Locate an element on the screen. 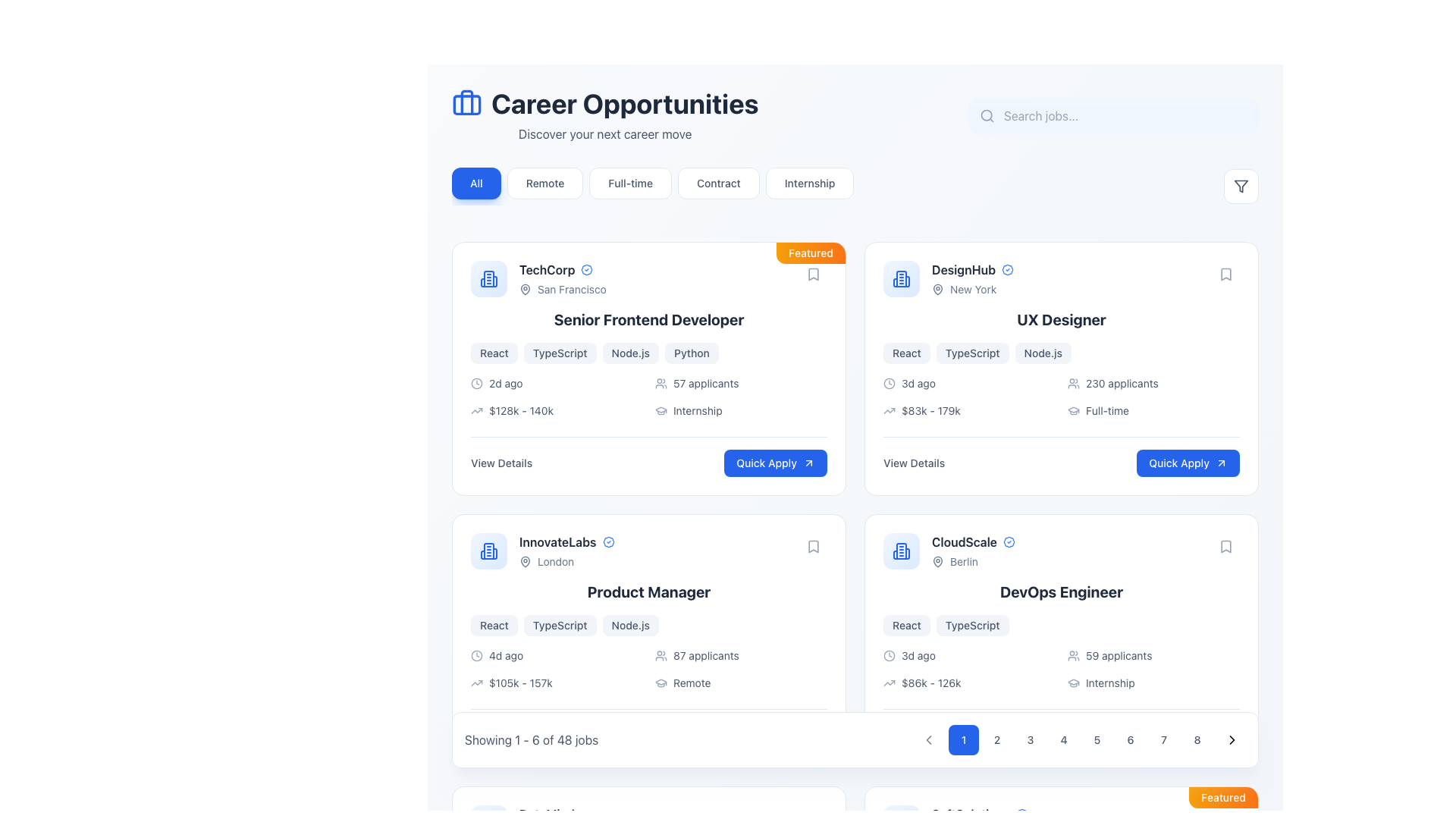 This screenshot has height=819, width=1456. the building icon within the InnovateLabs job listing card is located at coordinates (488, 551).